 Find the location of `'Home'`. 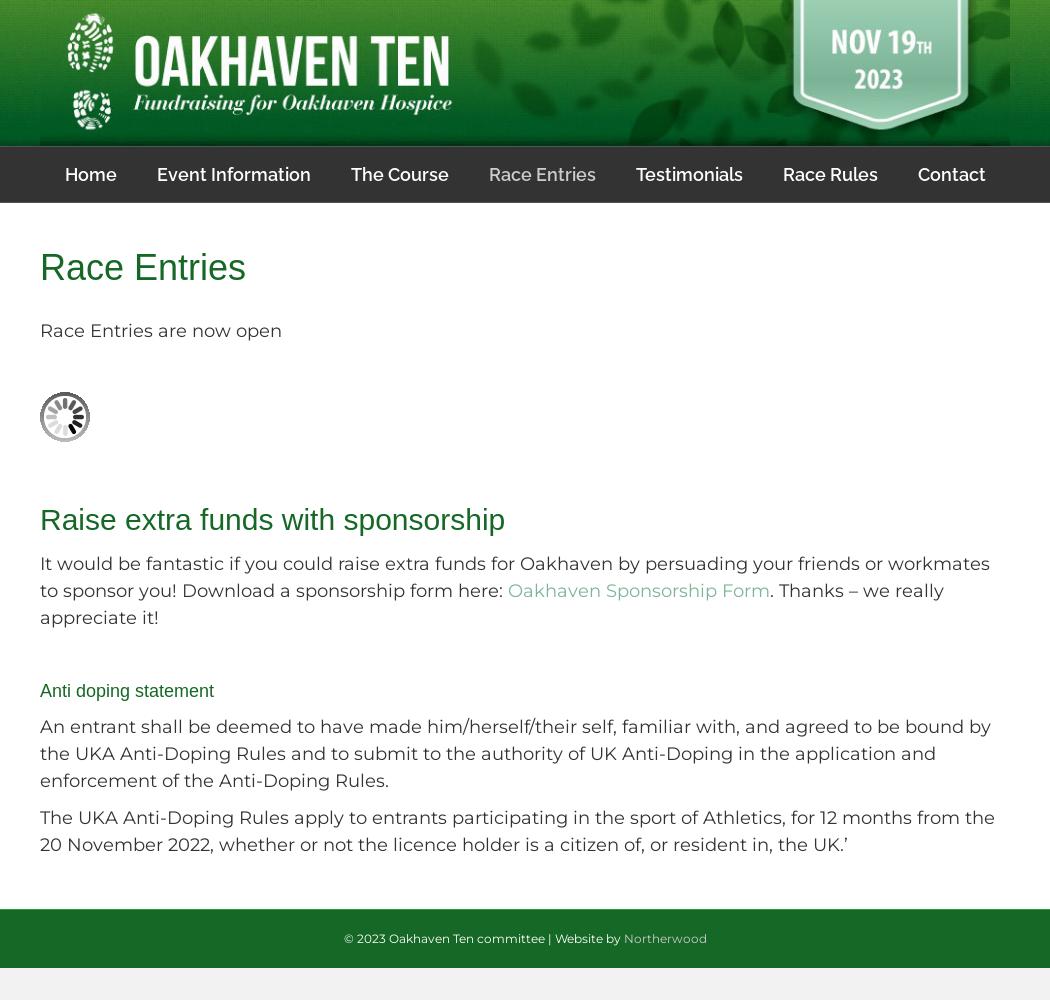

'Home' is located at coordinates (63, 173).